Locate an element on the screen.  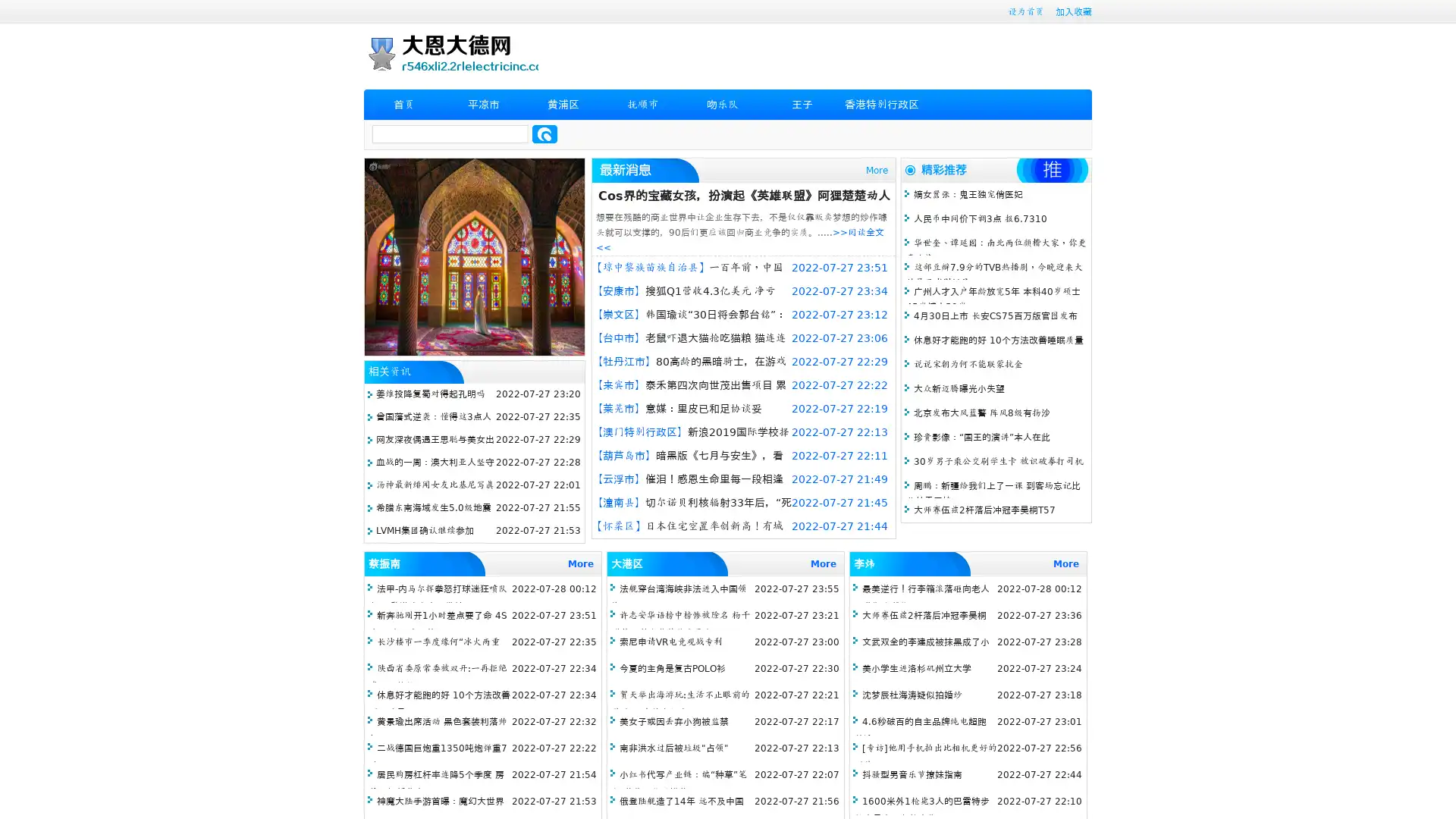
Search is located at coordinates (544, 133).